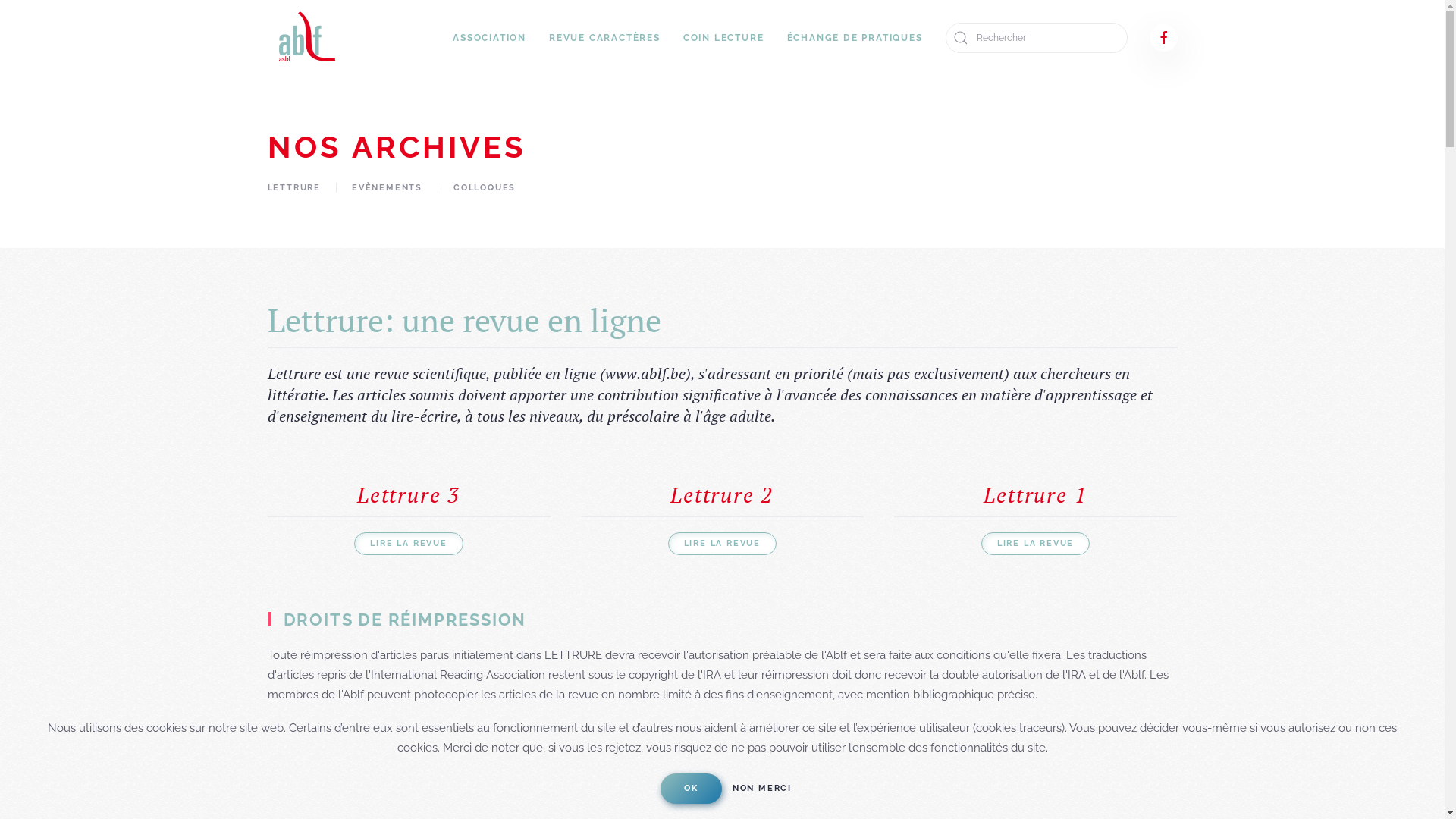 The image size is (1456, 819). Describe the element at coordinates (489, 37) in the screenshot. I see `'ASSOCIATION'` at that location.